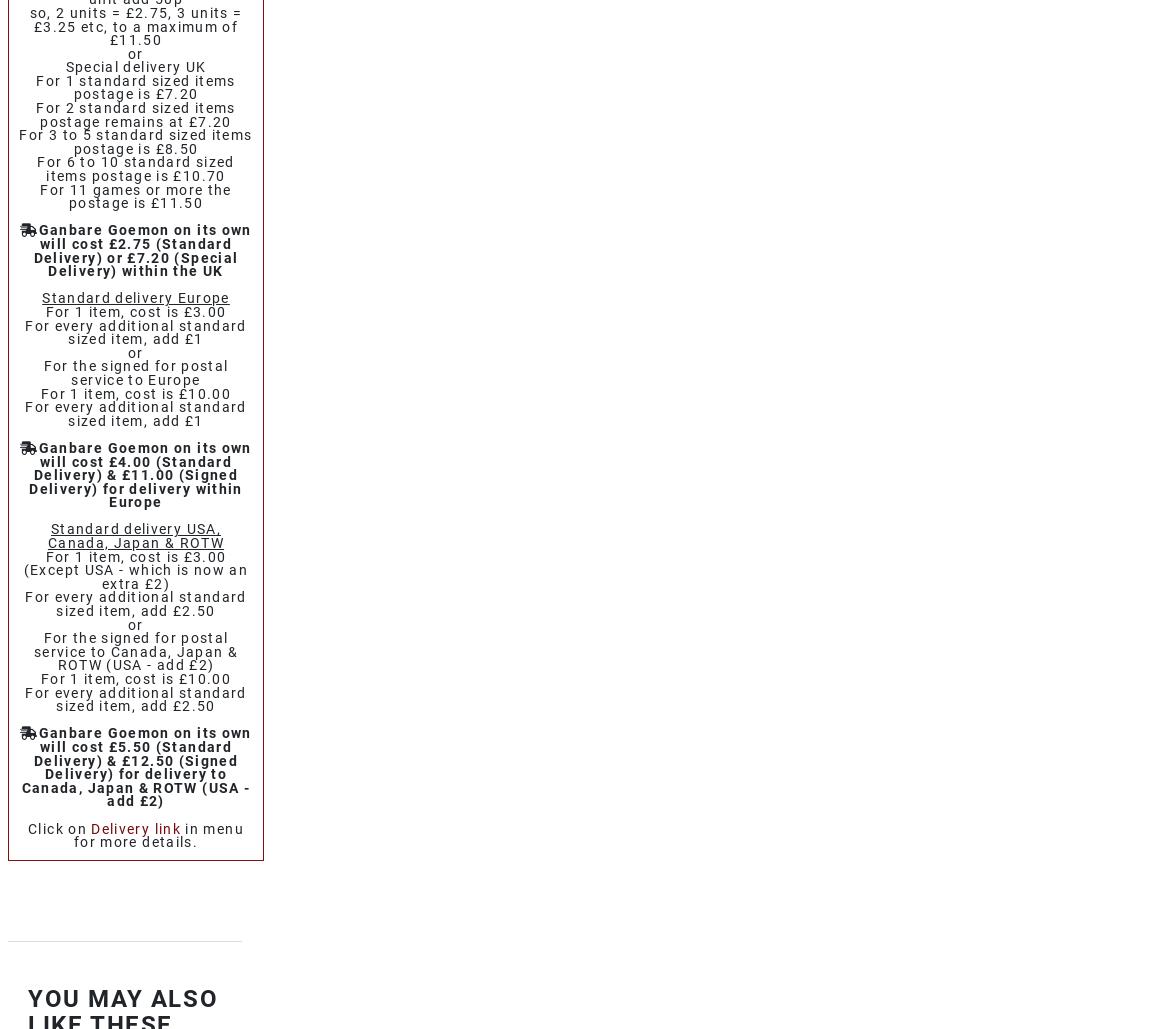 The height and width of the screenshot is (1029, 1176). I want to click on 'Search By Publisher', so click(145, 416).